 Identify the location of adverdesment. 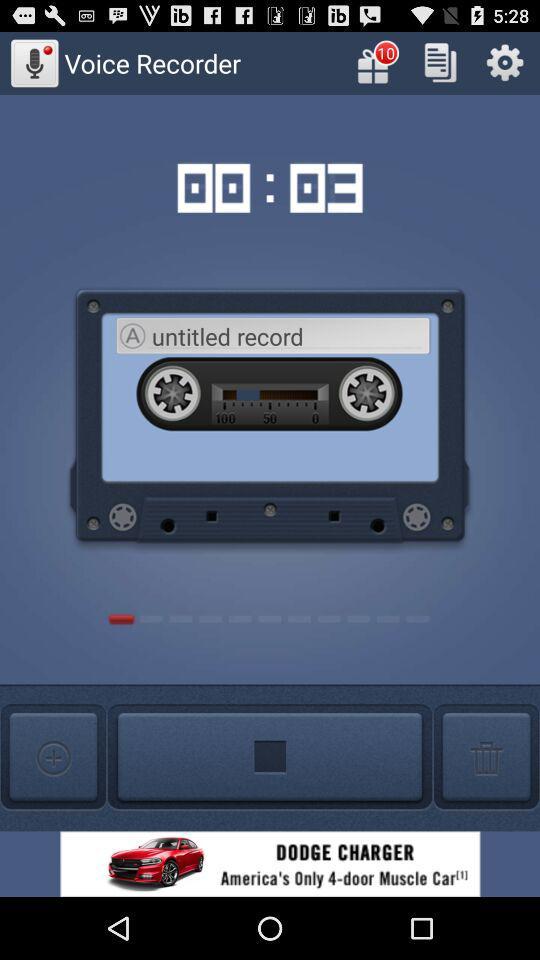
(270, 863).